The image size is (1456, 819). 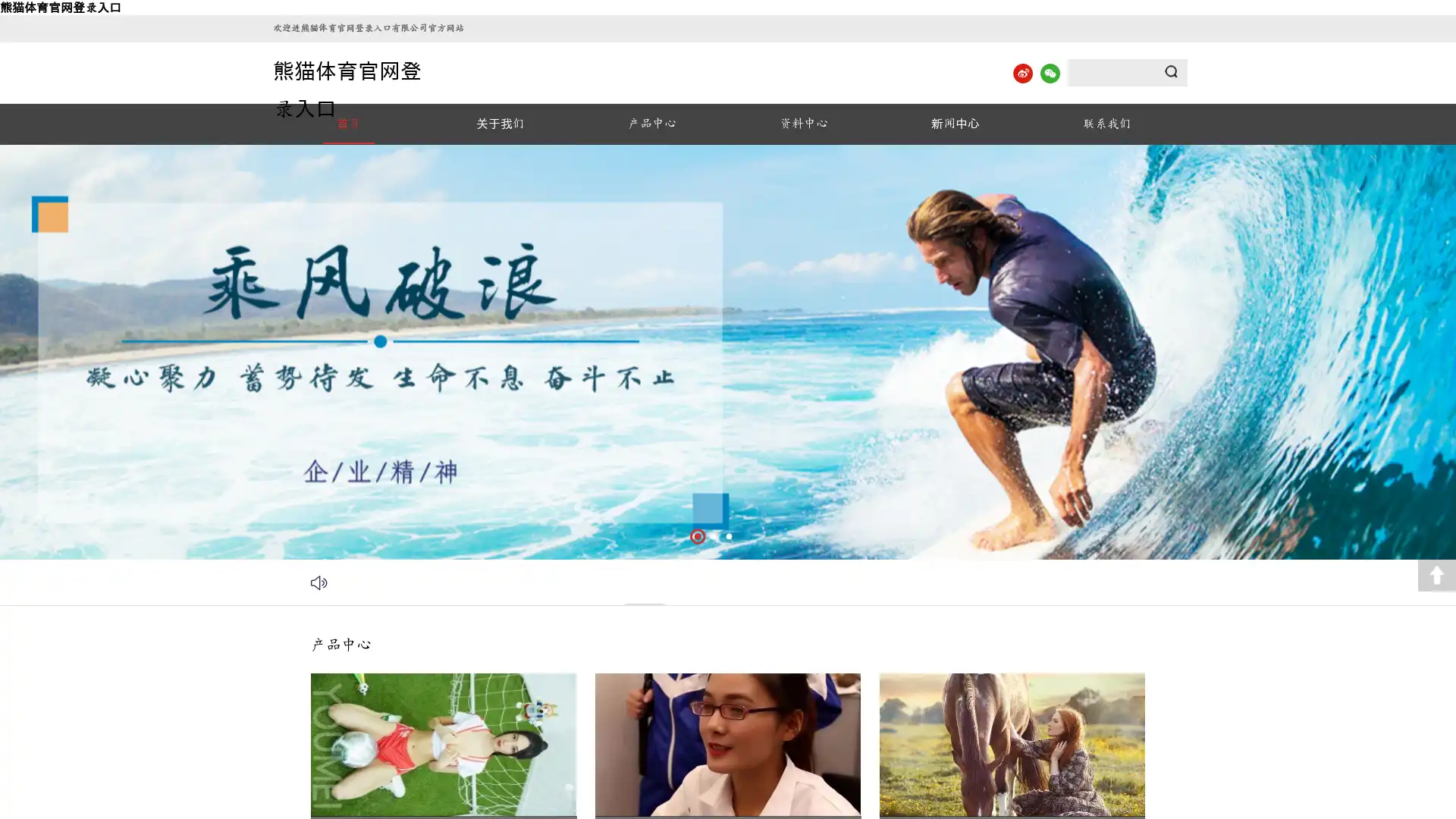 What do you see at coordinates (1171, 72) in the screenshot?
I see `Submit` at bounding box center [1171, 72].